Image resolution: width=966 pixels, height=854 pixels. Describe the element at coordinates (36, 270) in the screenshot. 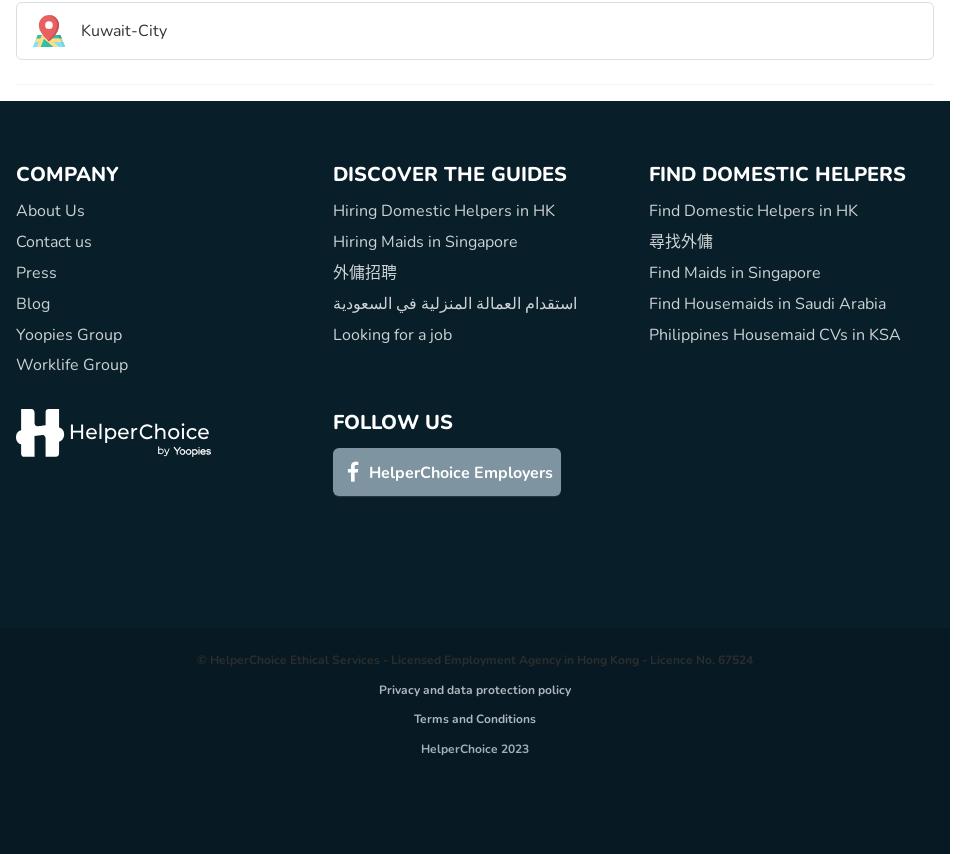

I see `'Press'` at that location.